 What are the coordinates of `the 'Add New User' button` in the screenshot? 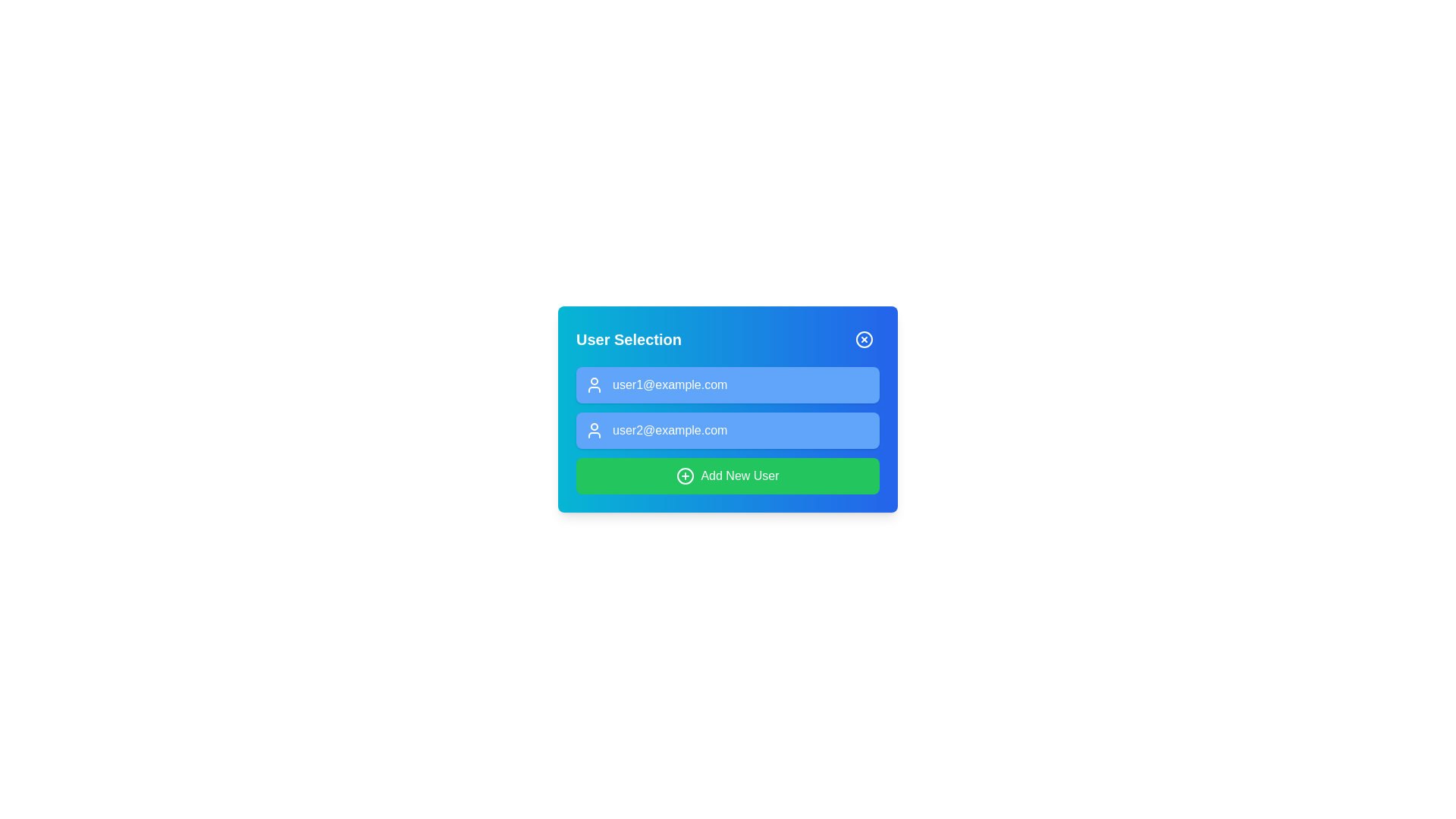 It's located at (728, 475).